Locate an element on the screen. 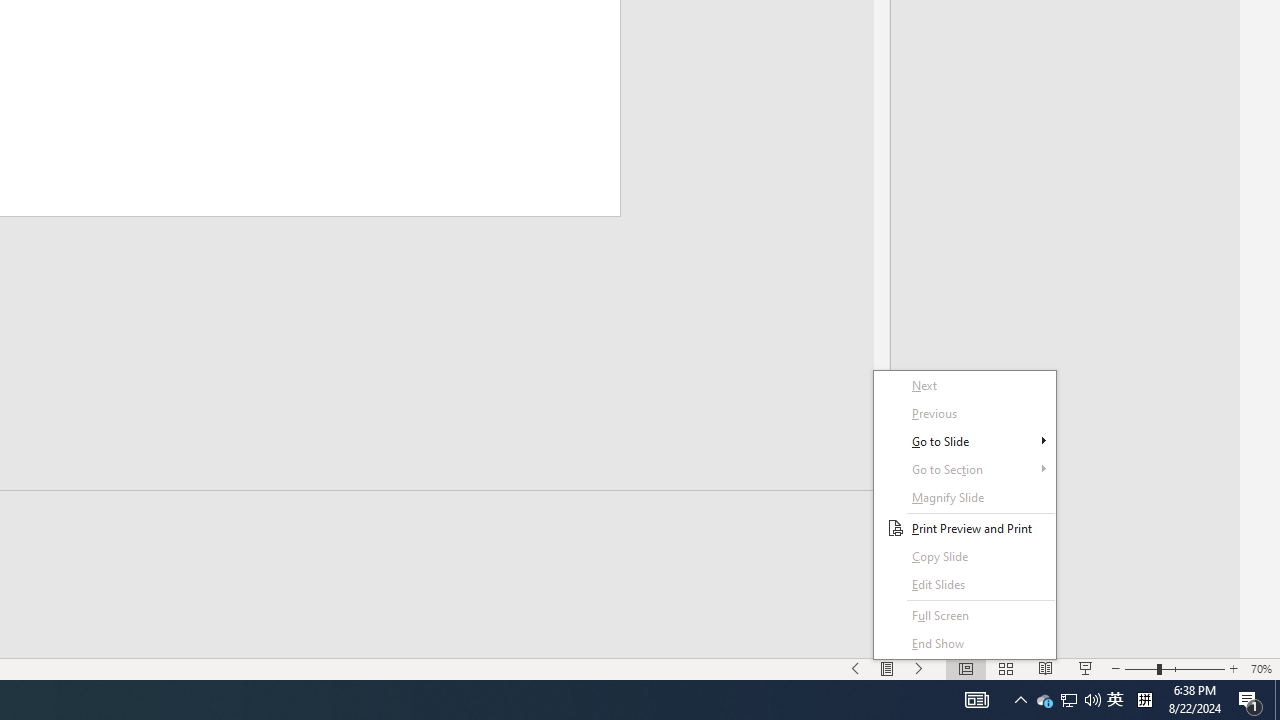 The image size is (1280, 720). 'Show desktop' is located at coordinates (1276, 698).